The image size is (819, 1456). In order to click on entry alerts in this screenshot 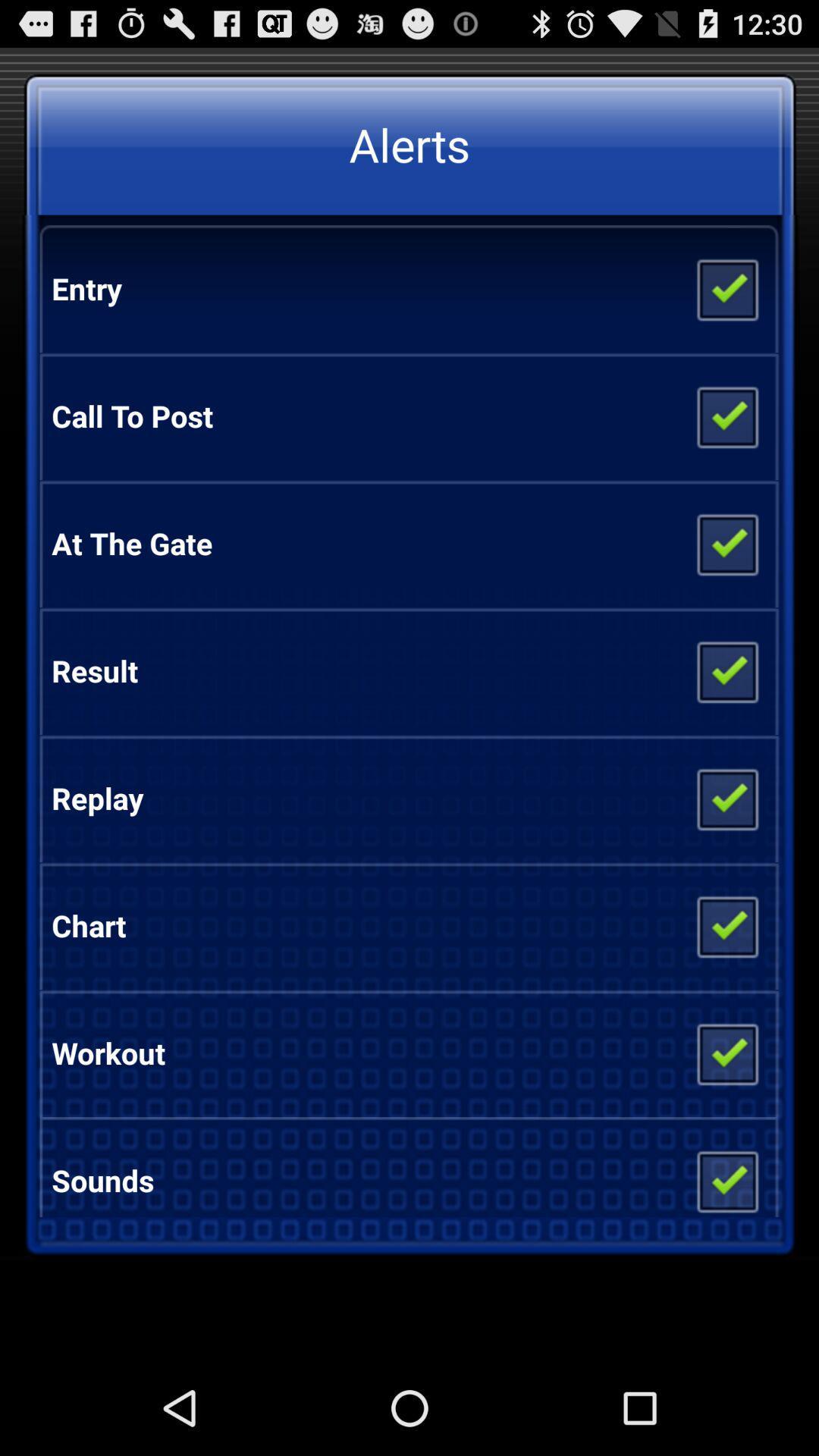, I will do `click(726, 288)`.